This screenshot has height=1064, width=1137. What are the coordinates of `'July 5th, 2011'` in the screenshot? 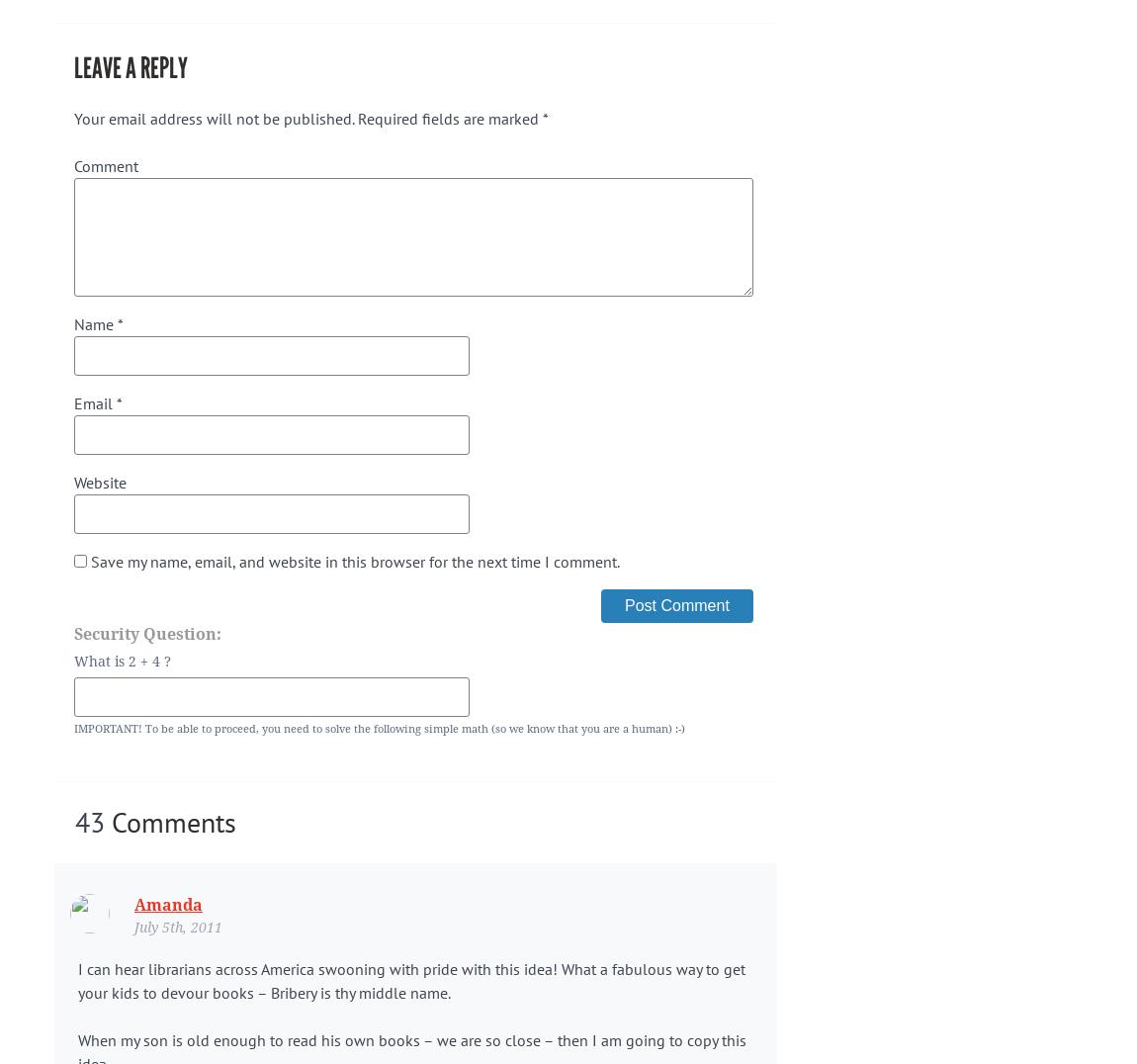 It's located at (133, 925).